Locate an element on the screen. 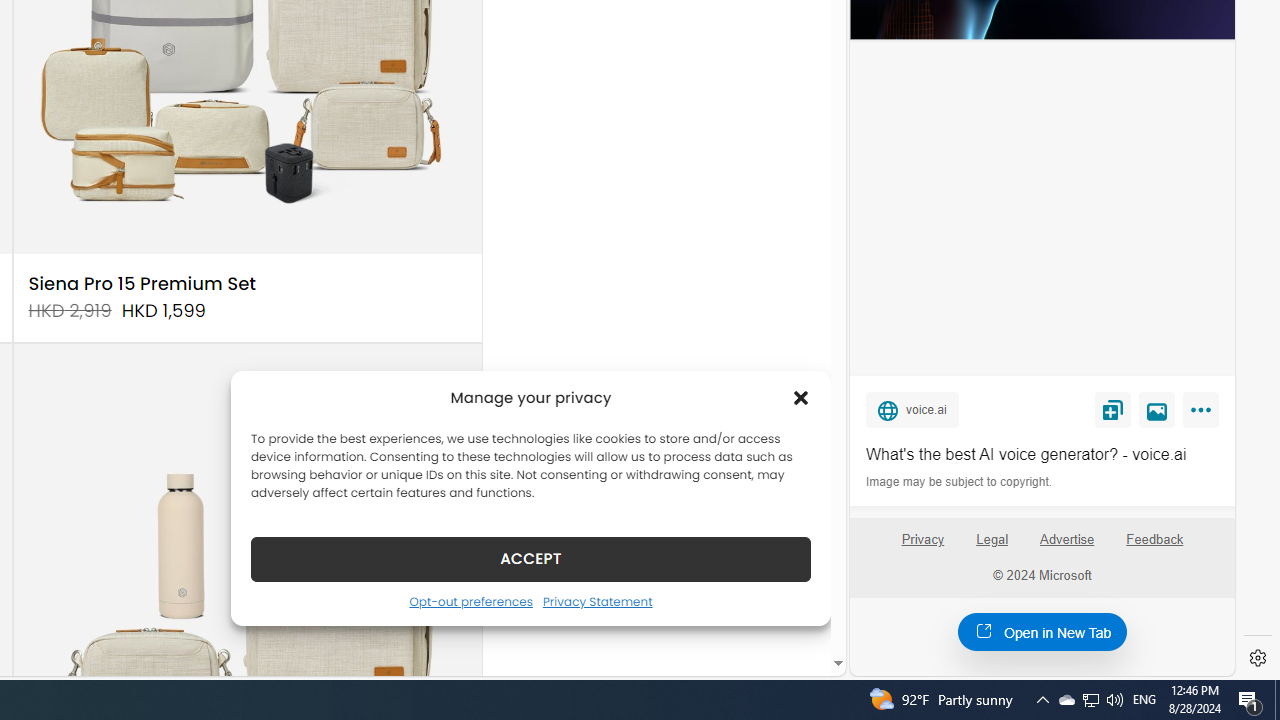  'voice.ai' is located at coordinates (911, 408).